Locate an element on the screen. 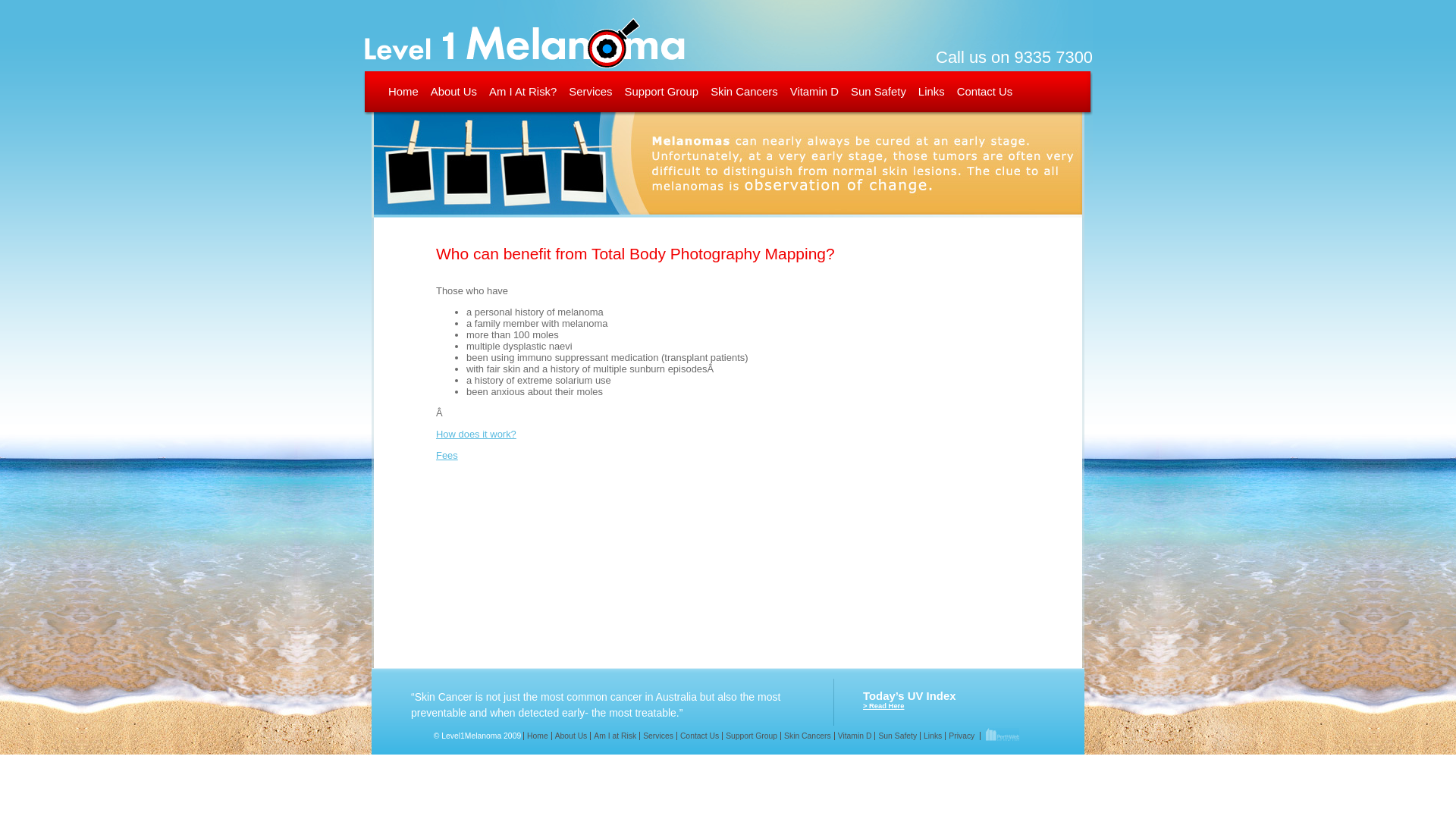 This screenshot has height=819, width=1456. 'PerthWeb | Web Design and Development Company' is located at coordinates (1001, 735).